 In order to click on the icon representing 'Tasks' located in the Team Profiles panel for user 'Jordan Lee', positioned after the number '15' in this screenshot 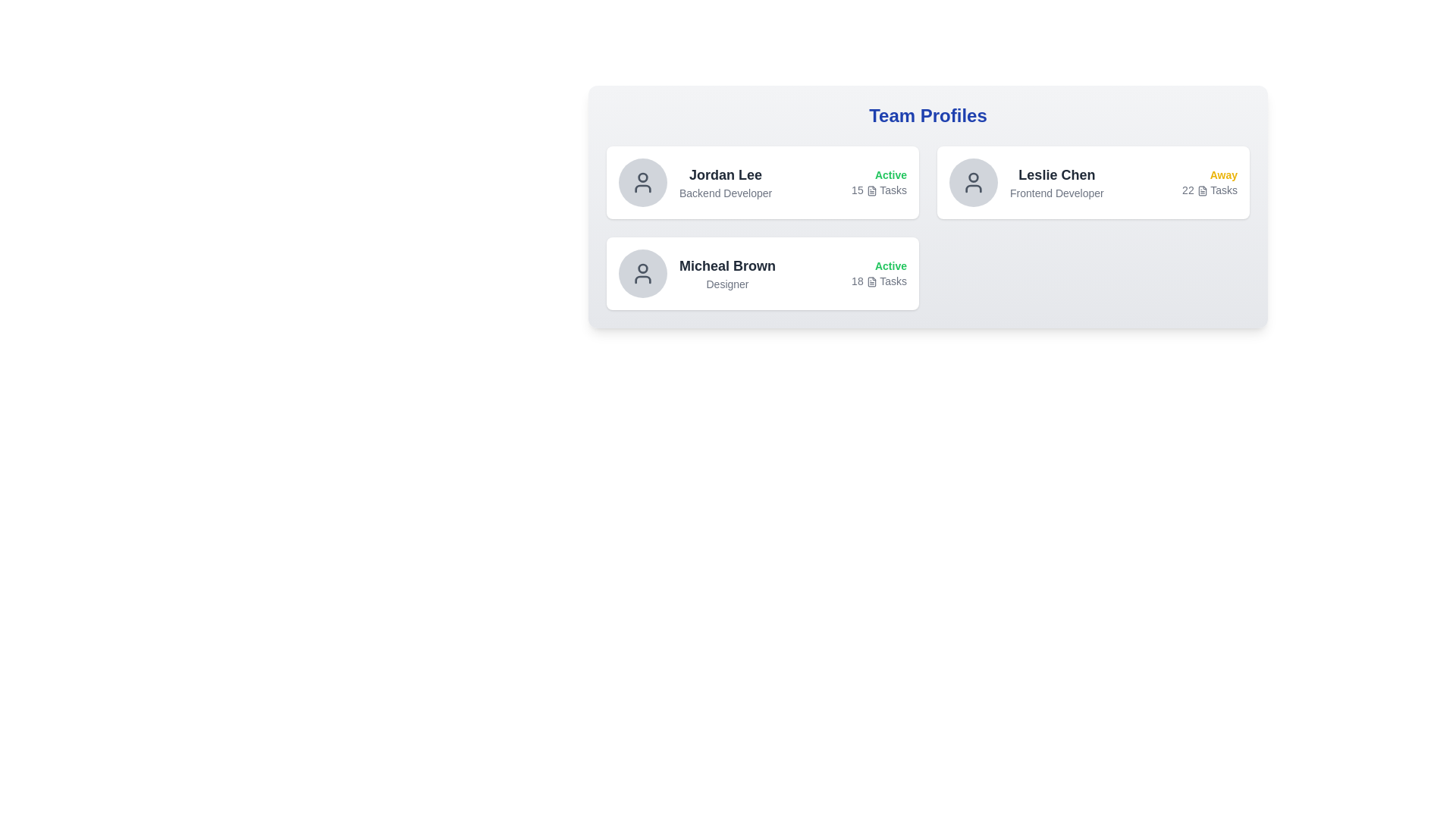, I will do `click(871, 190)`.